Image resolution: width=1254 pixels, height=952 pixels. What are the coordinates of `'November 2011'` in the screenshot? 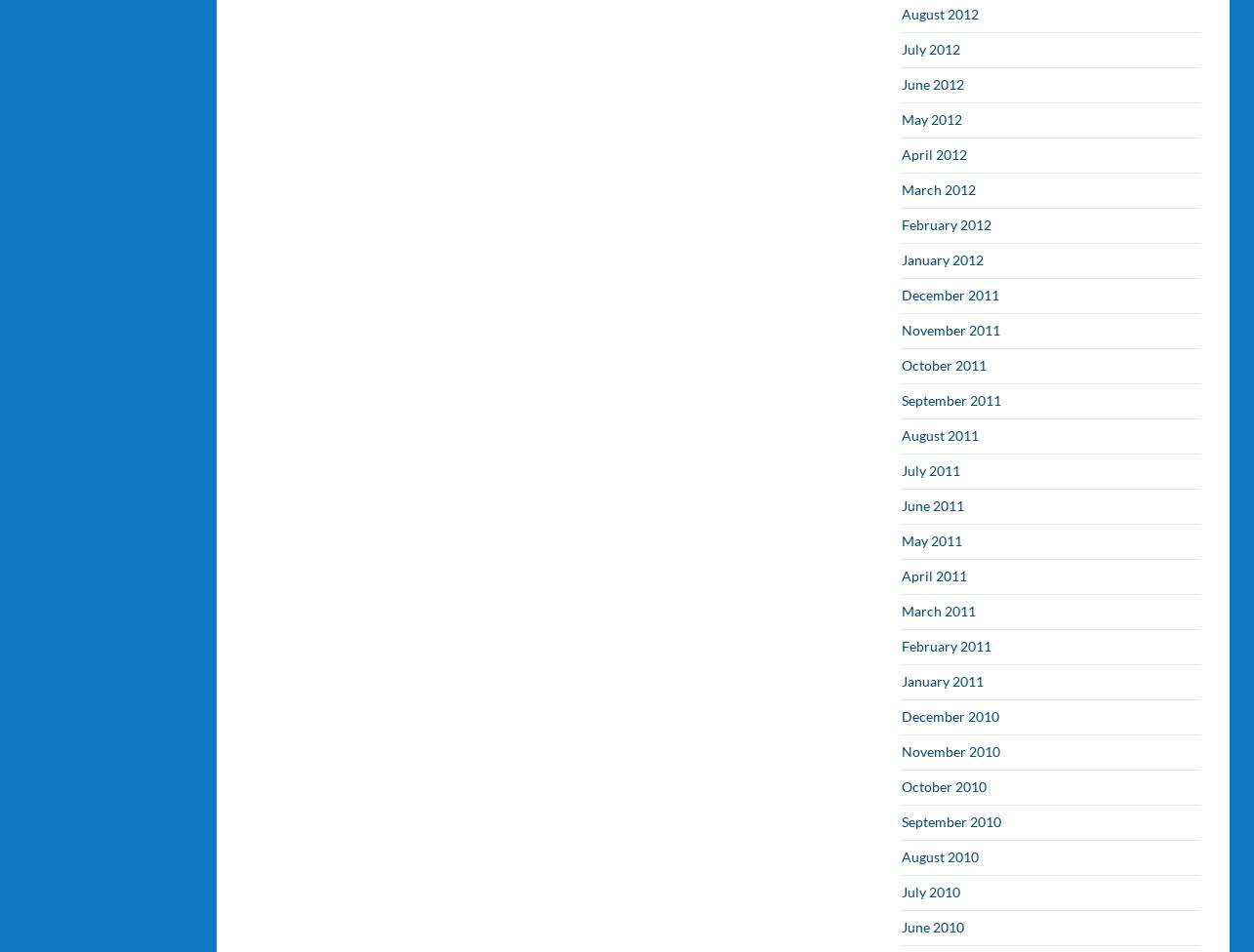 It's located at (902, 330).